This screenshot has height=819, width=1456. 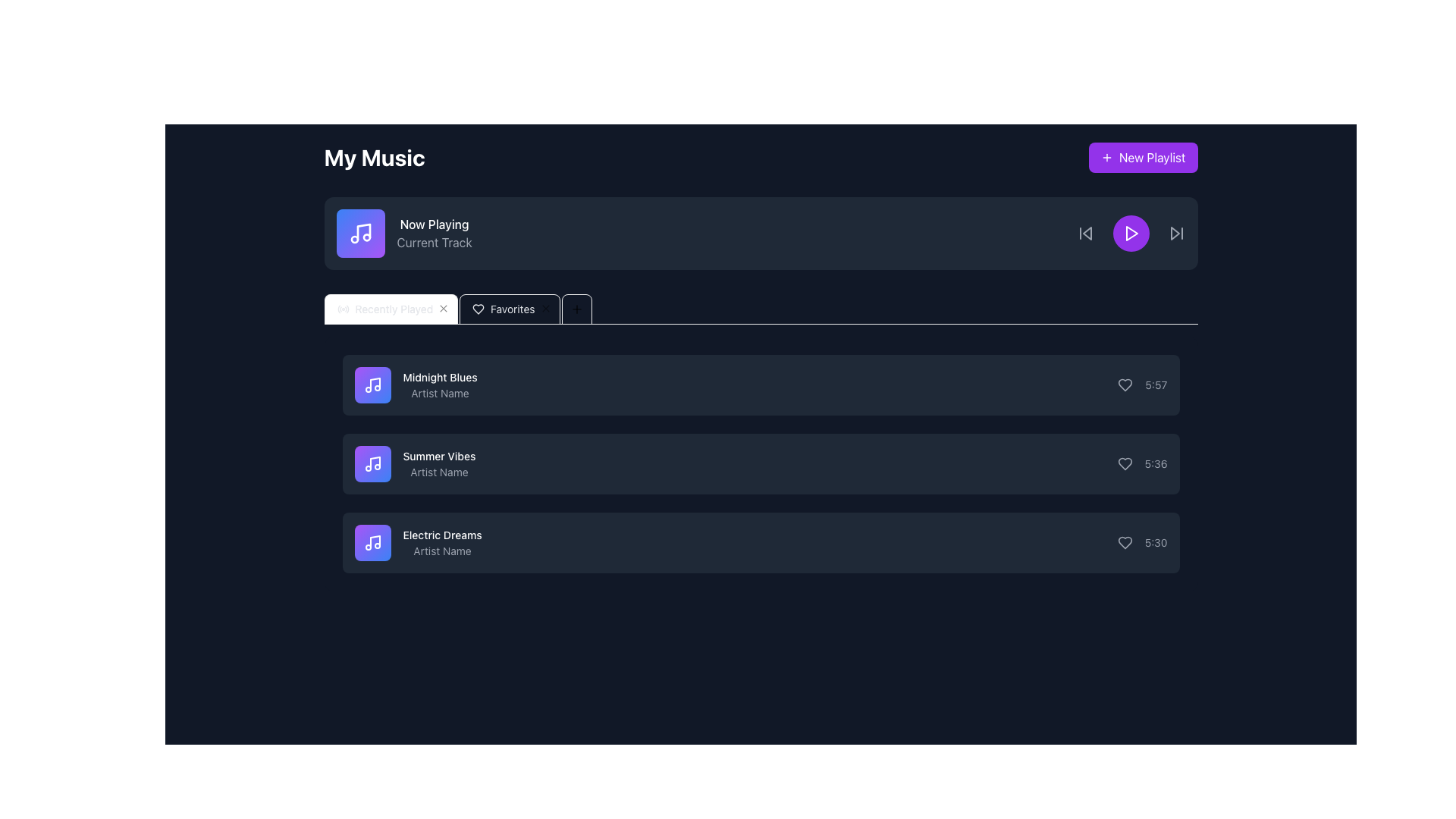 What do you see at coordinates (391, 323) in the screenshot?
I see `the Active tab indicator, which is a thin horizontal line located directly below the 'Recently Played' tab in the tab navigation component` at bounding box center [391, 323].